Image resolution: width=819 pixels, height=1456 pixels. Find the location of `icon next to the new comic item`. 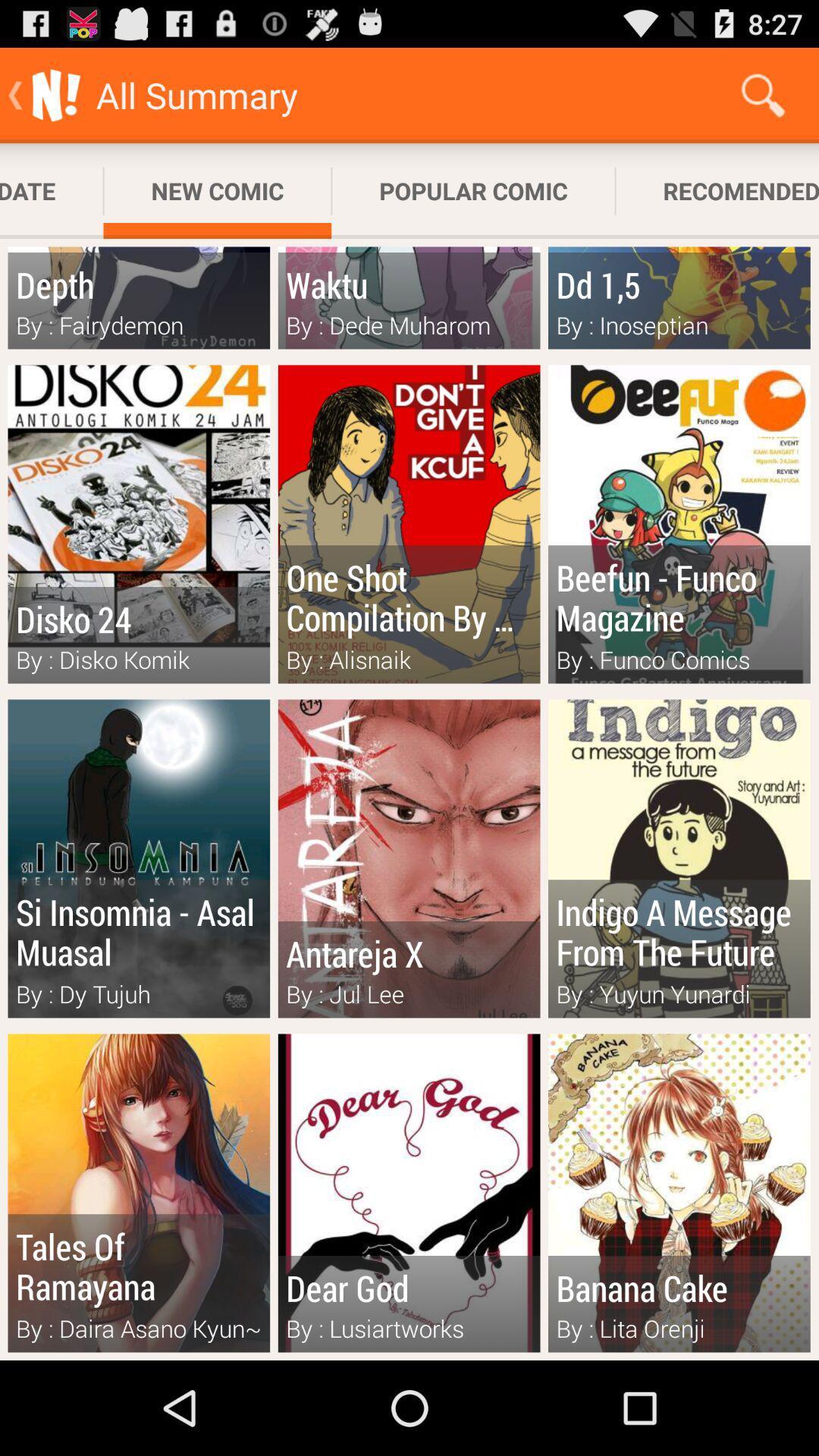

icon next to the new comic item is located at coordinates (51, 190).